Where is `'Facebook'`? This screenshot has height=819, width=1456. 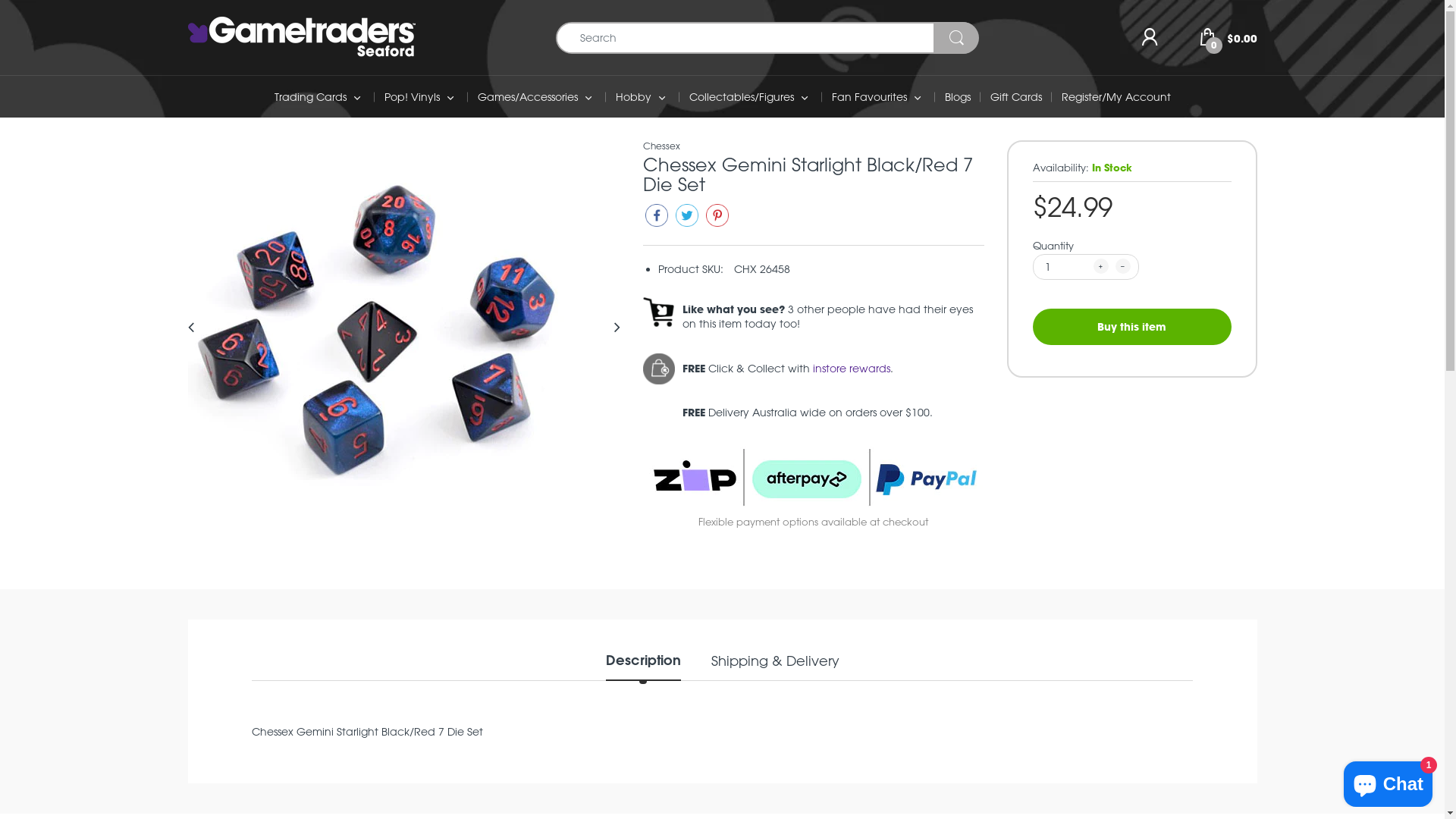
'Facebook' is located at coordinates (656, 218).